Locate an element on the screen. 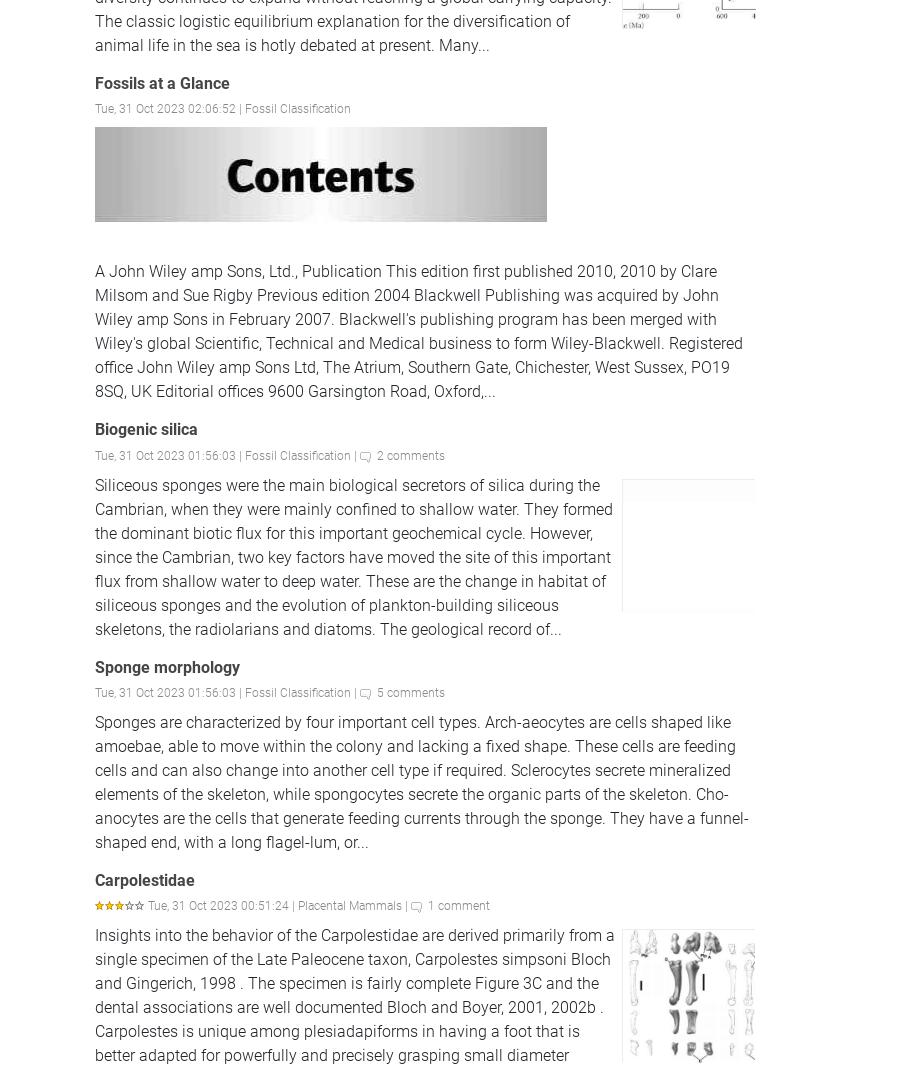 Image resolution: width=904 pixels, height=1072 pixels. 'Sponges are characterized by four important cell types. Arch-aeocytes are cells shaped like amoebae, able to move within the colony and lacking a fixed shape. These cells are feeding cells and can also change into another cell type if required. Sclerocytes secrete mineralized elements of the skeleton, while spongocytes secrete the organic parts of the skeleton. Cho-anocytes are the cells that generate feeding currents through the sponge. They have a funnel-shaped end, with a long flagel-lum, or...' is located at coordinates (95, 781).